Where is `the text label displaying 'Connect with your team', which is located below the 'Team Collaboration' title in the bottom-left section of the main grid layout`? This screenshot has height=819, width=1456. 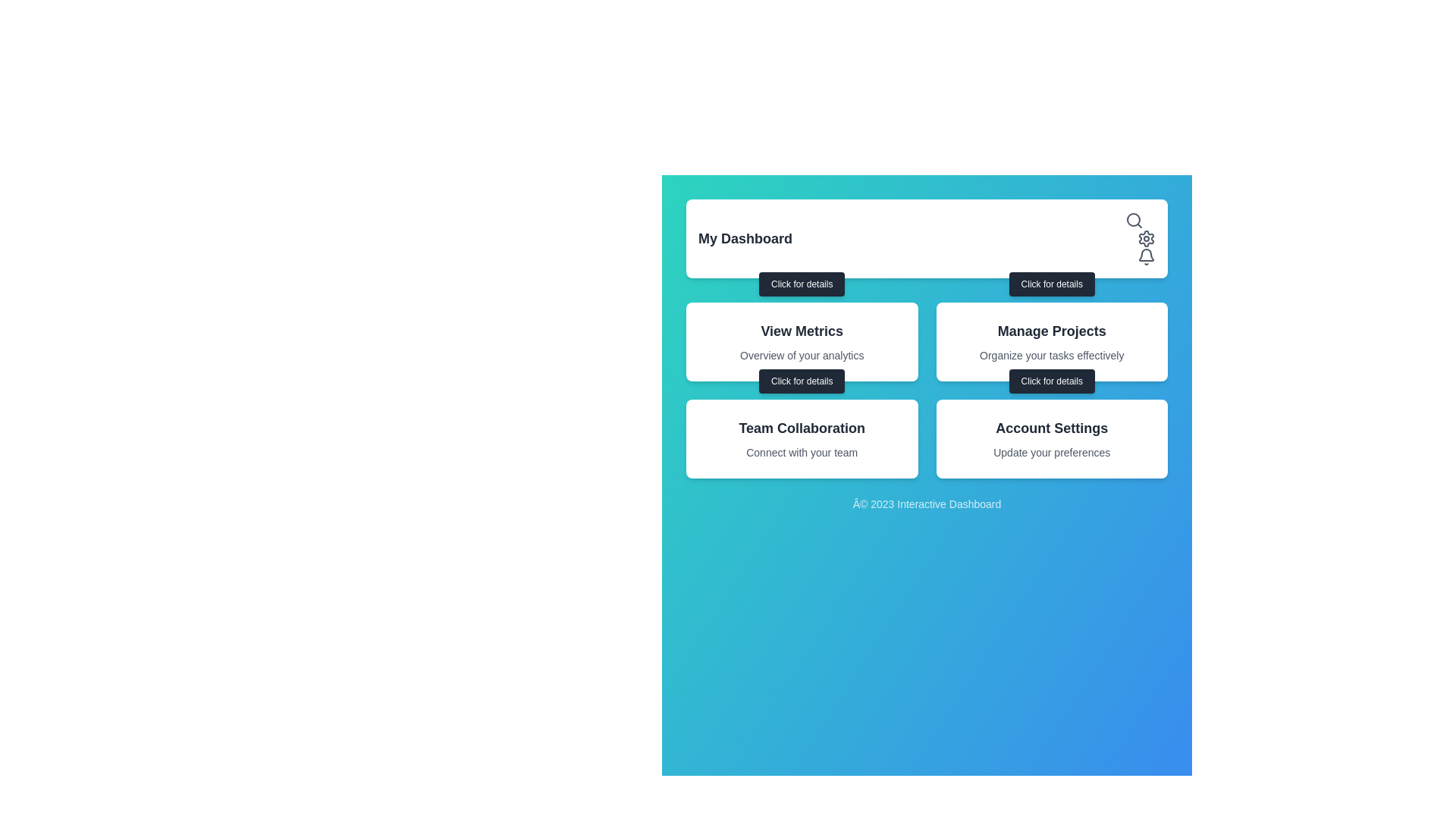 the text label displaying 'Connect with your team', which is located below the 'Team Collaboration' title in the bottom-left section of the main grid layout is located at coordinates (801, 452).